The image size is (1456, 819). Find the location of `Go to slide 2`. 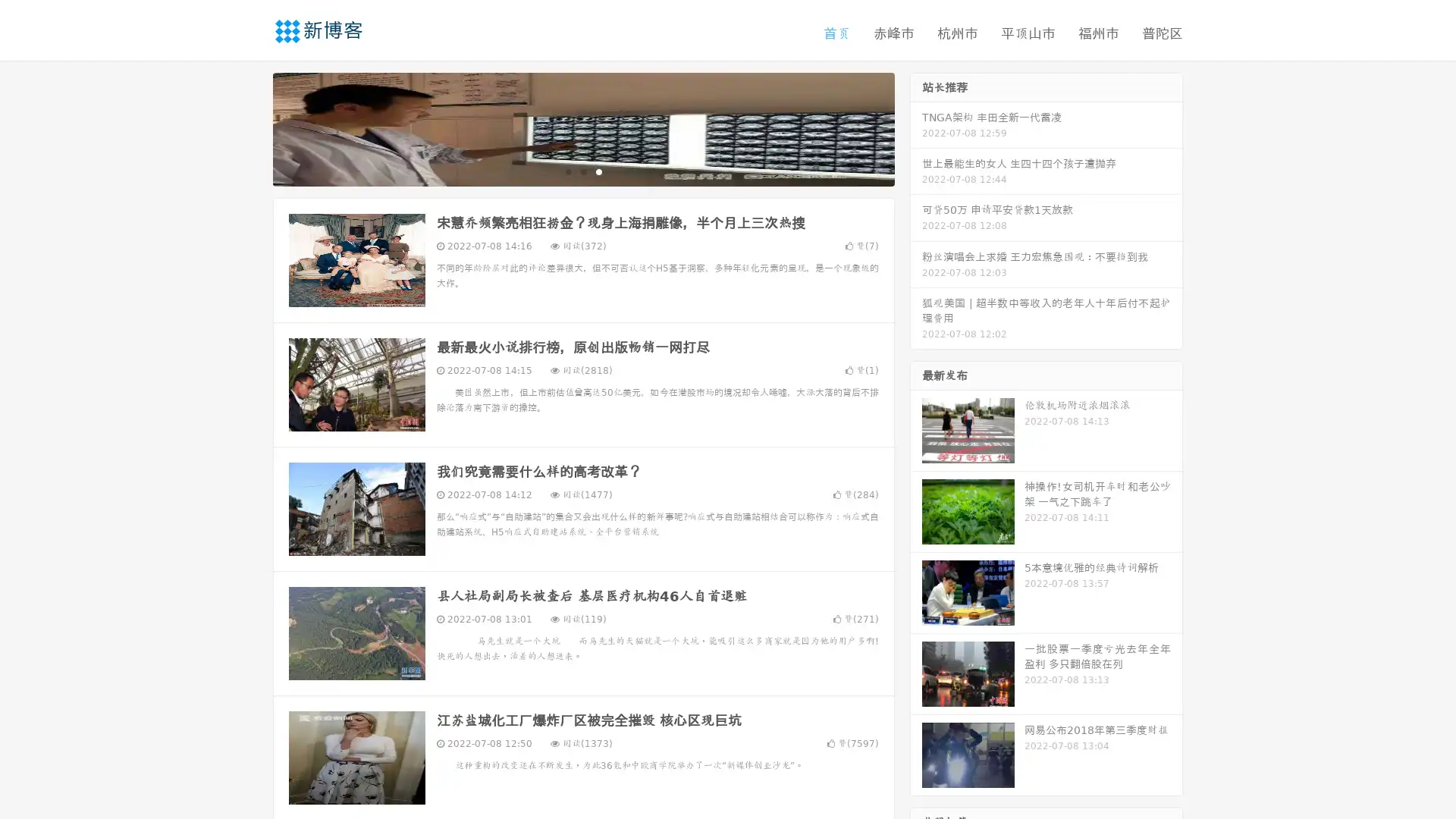

Go to slide 2 is located at coordinates (582, 171).